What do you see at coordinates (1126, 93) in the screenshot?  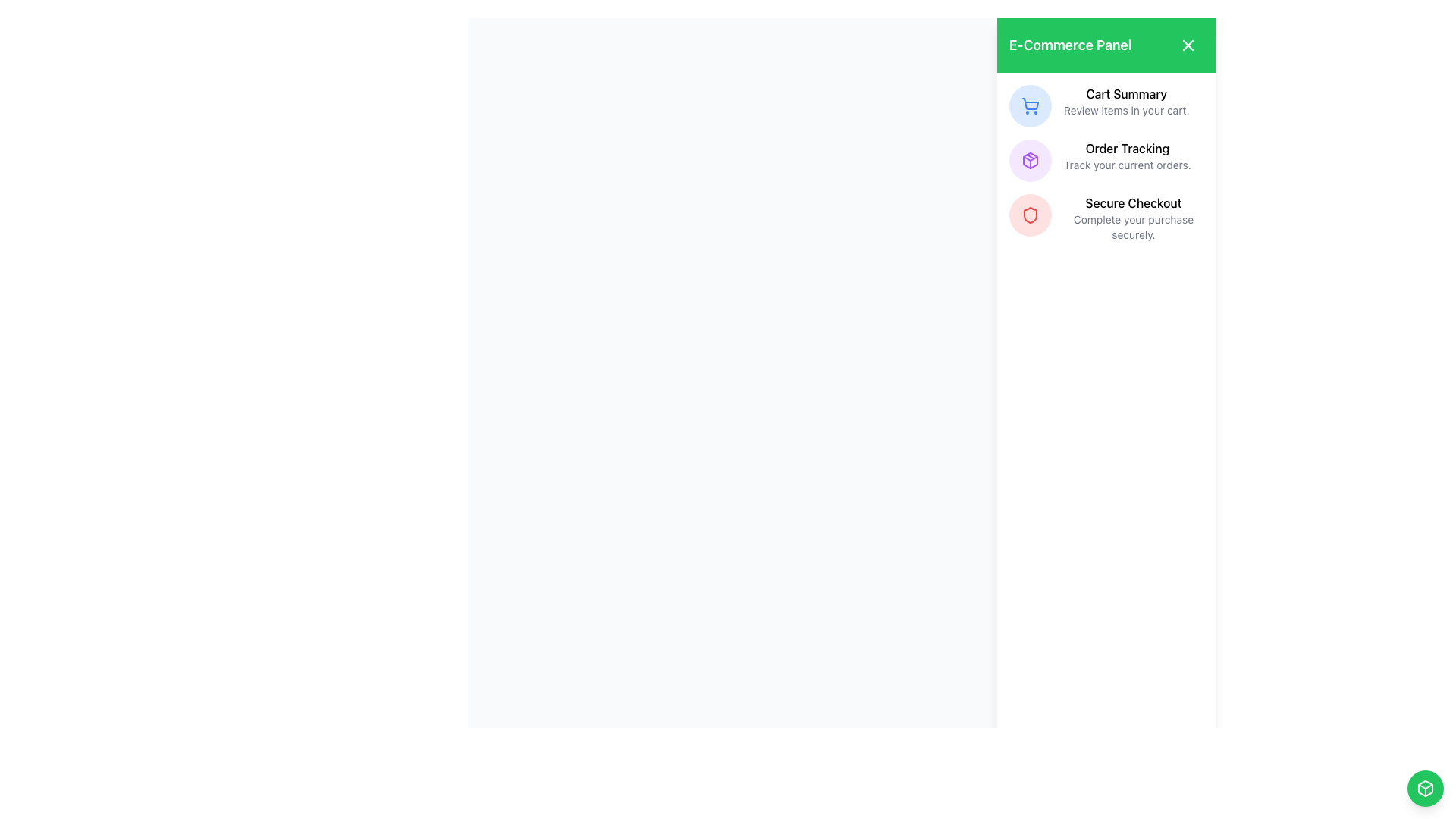 I see `bold textual label 'Cart Summary' which is prominently displayed at the top of the cart-related information section under the green header 'E-Commerce Panel'` at bounding box center [1126, 93].